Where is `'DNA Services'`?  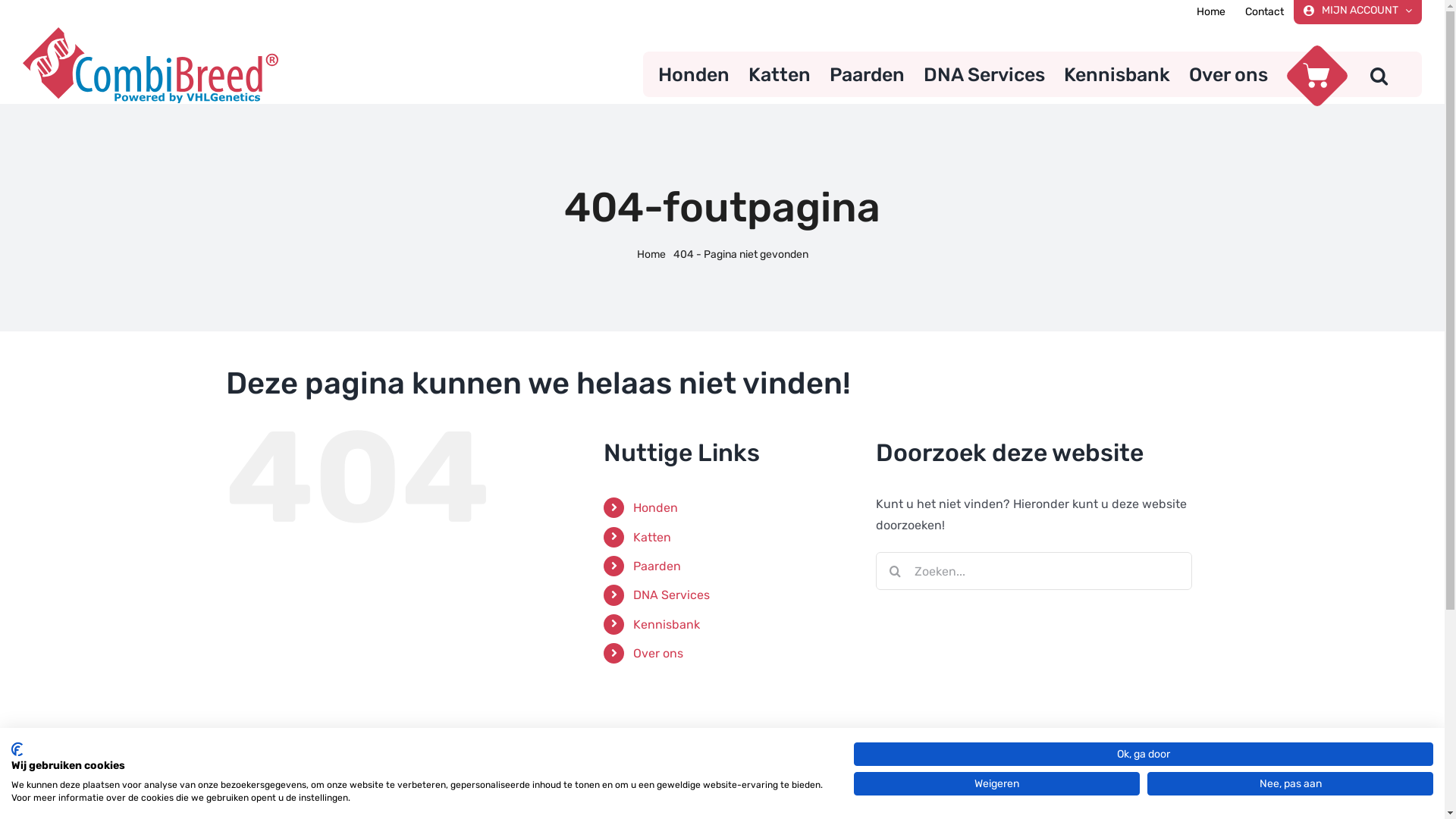 'DNA Services' is located at coordinates (984, 74).